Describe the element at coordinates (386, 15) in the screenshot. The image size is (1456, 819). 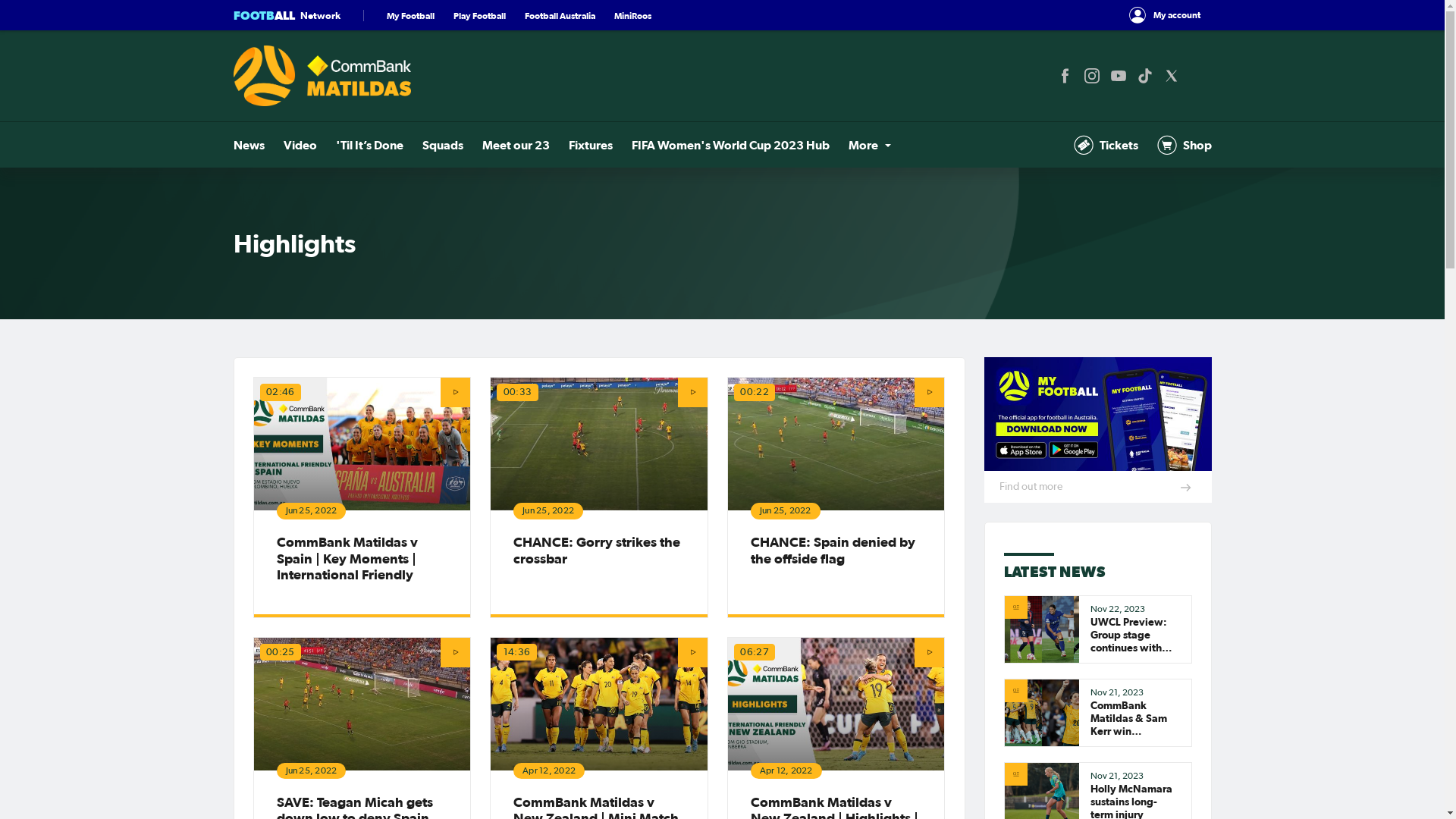
I see `'My Football'` at that location.